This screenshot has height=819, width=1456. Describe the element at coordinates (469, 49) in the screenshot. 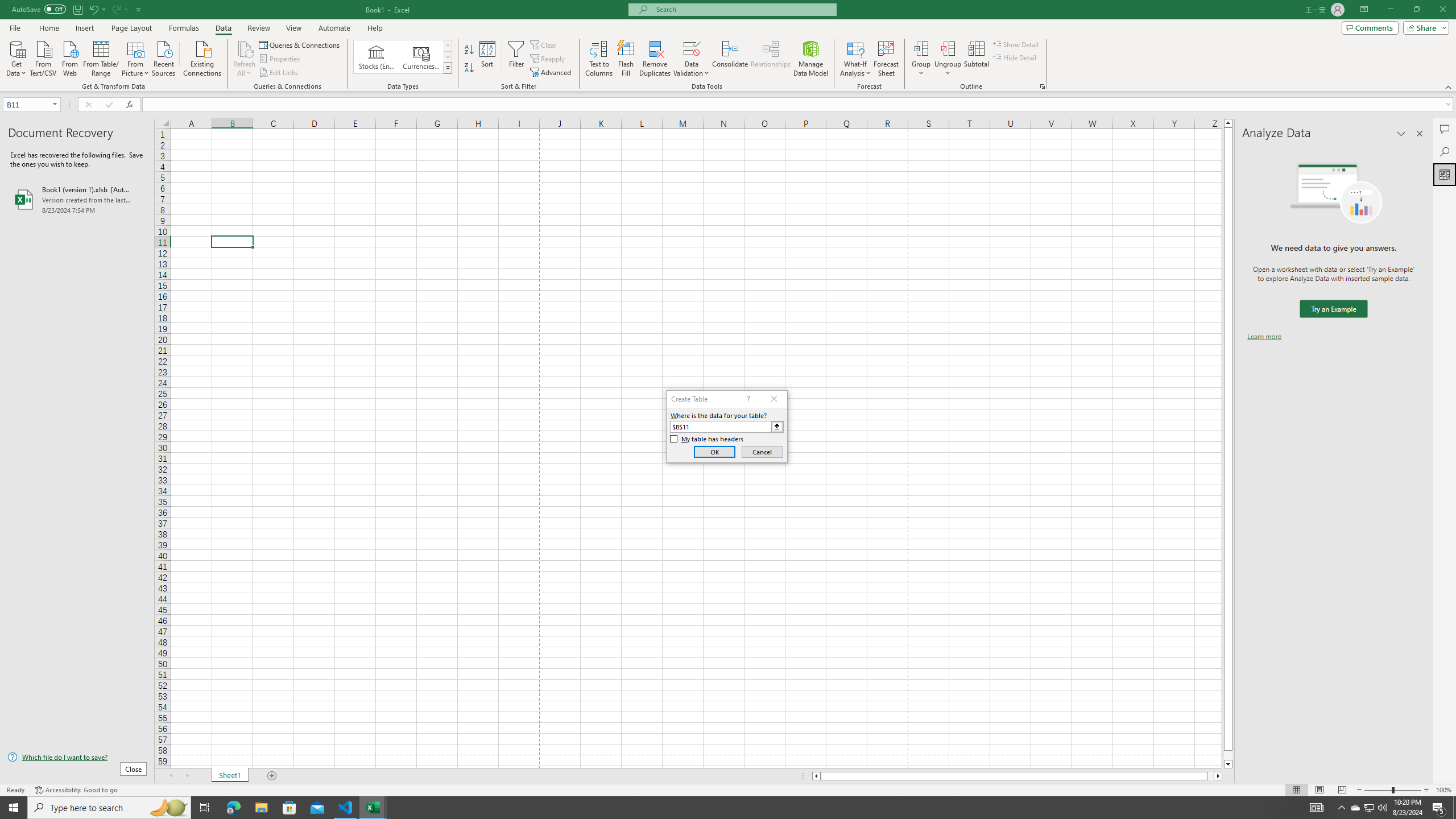

I see `'Sort A to Z'` at that location.